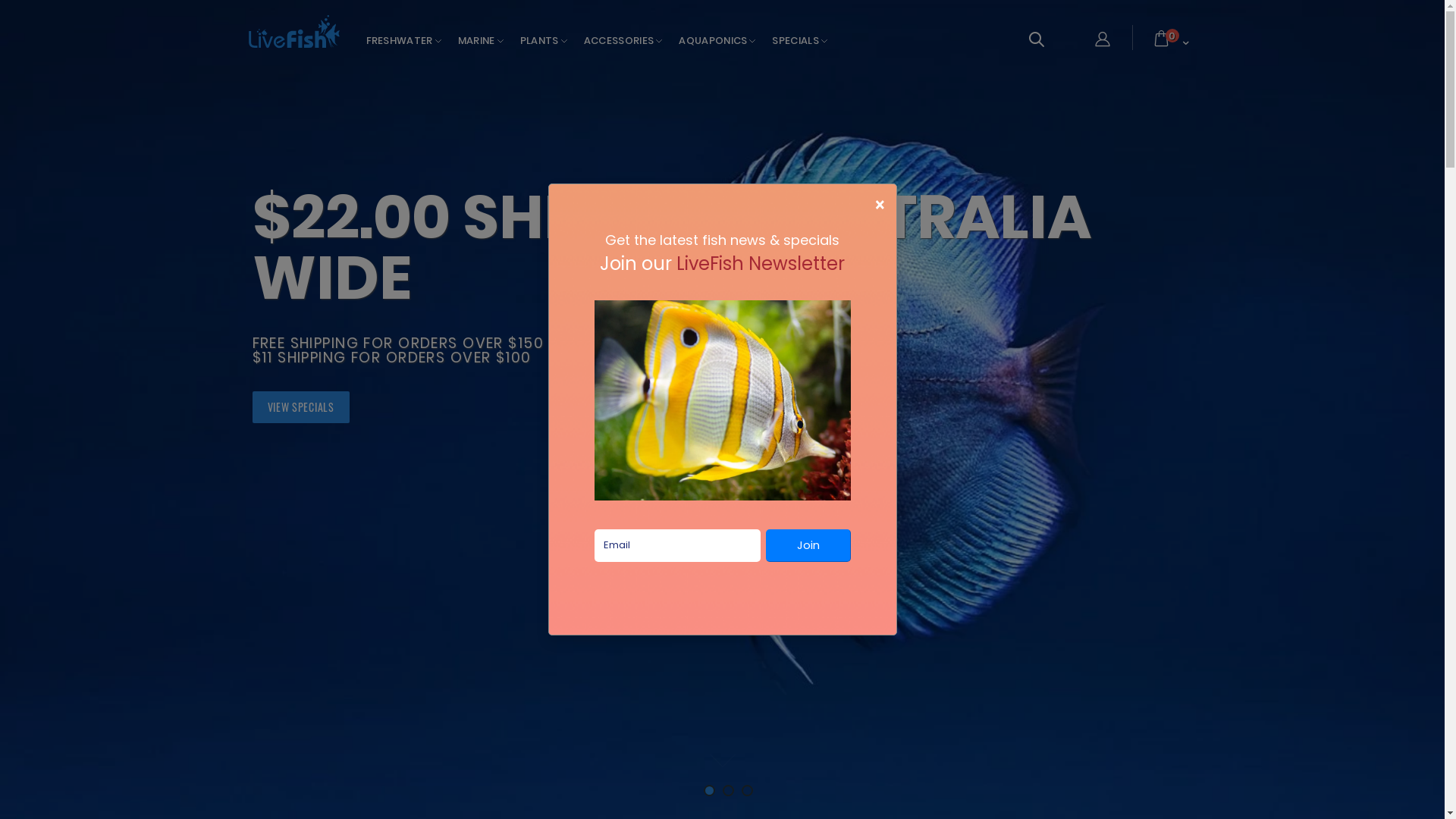  What do you see at coordinates (400, 40) in the screenshot?
I see `'FRESHWATER'` at bounding box center [400, 40].